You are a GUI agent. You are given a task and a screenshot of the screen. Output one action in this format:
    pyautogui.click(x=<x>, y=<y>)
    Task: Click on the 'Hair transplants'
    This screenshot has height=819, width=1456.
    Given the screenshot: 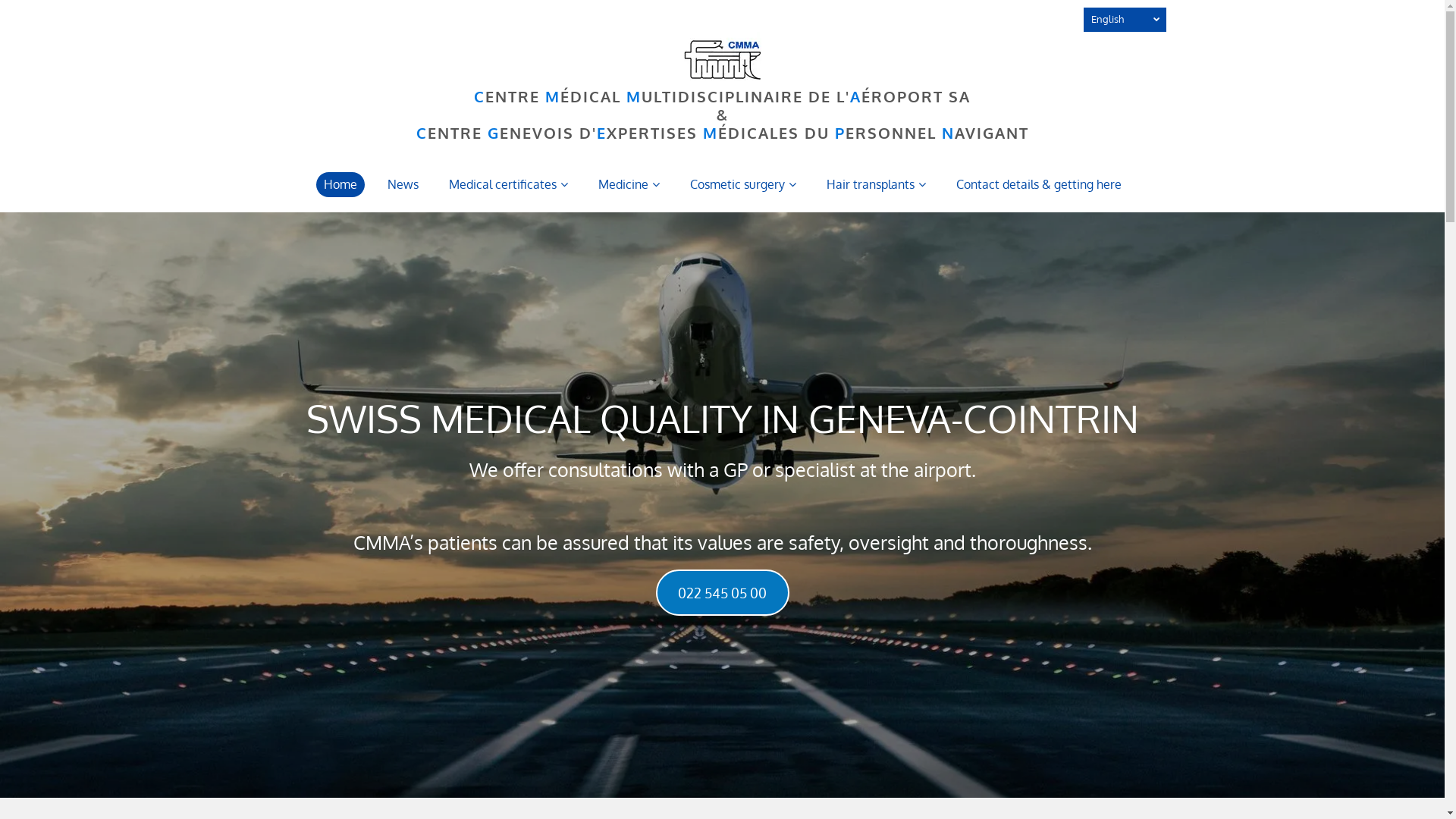 What is the action you would take?
    pyautogui.click(x=876, y=184)
    